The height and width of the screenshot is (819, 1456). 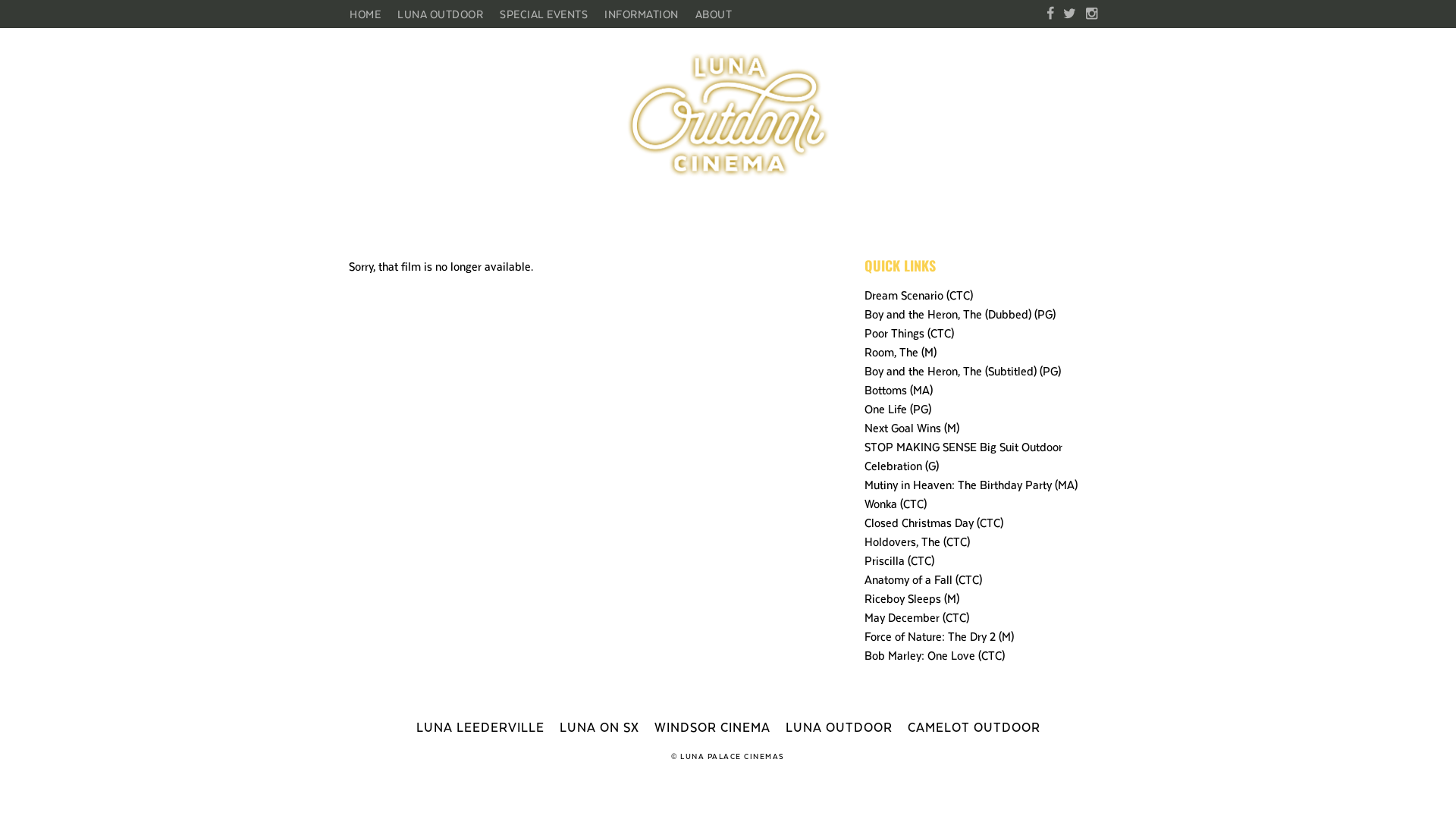 What do you see at coordinates (864, 654) in the screenshot?
I see `'Bob Marley: One Love'` at bounding box center [864, 654].